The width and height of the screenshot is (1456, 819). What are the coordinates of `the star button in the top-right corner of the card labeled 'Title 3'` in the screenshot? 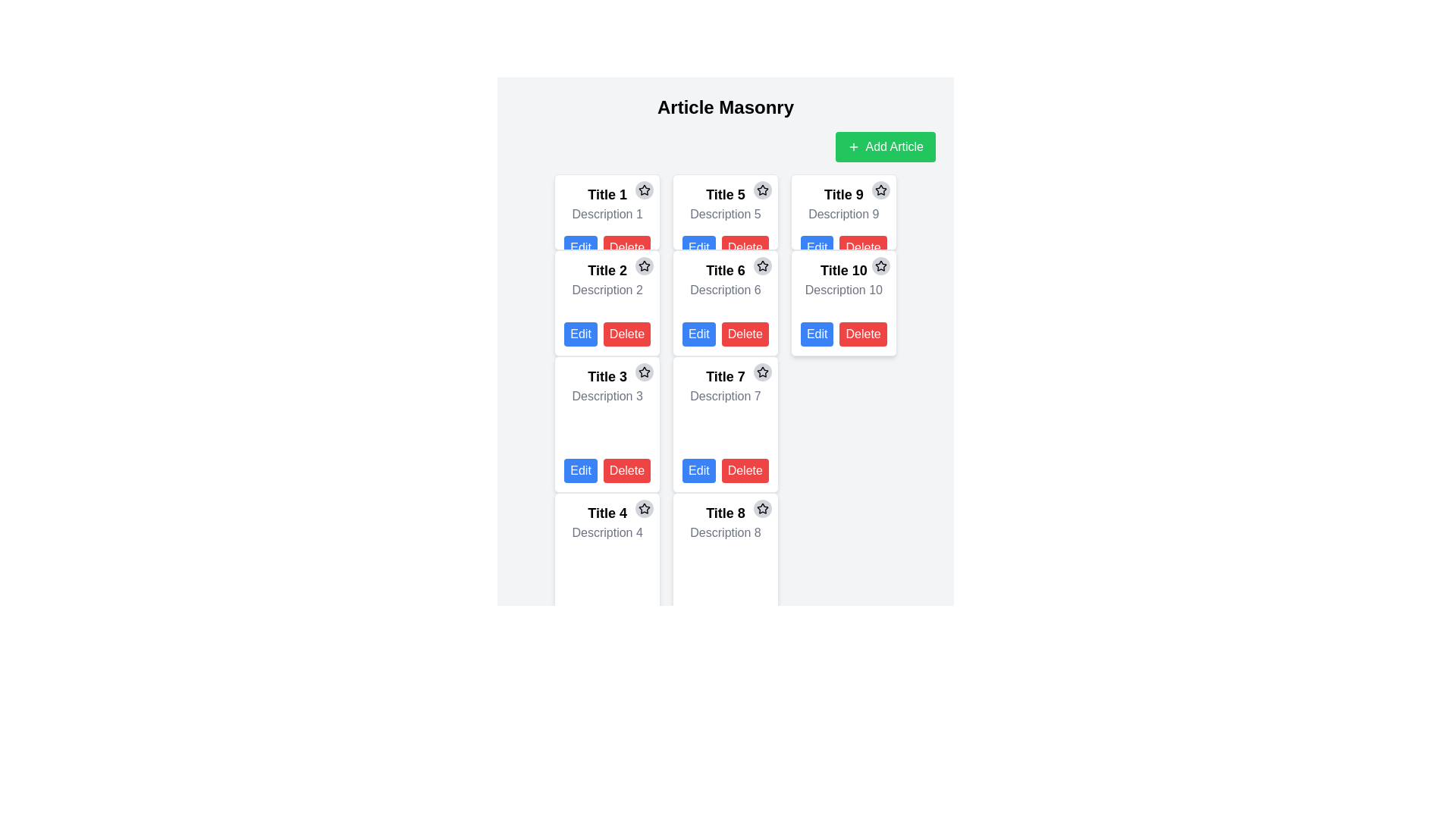 It's located at (645, 372).